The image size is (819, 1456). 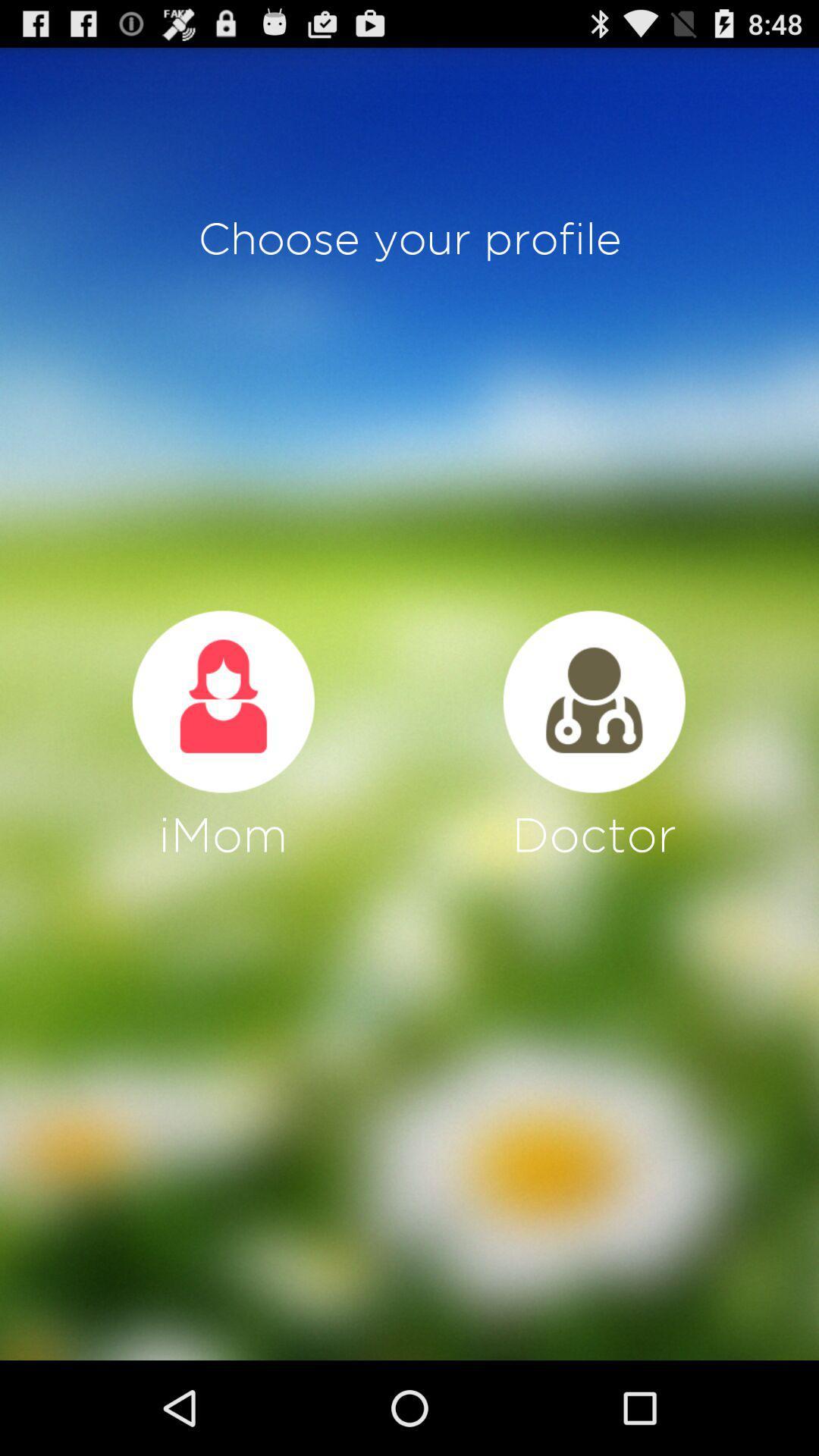 I want to click on doctor, so click(x=593, y=701).